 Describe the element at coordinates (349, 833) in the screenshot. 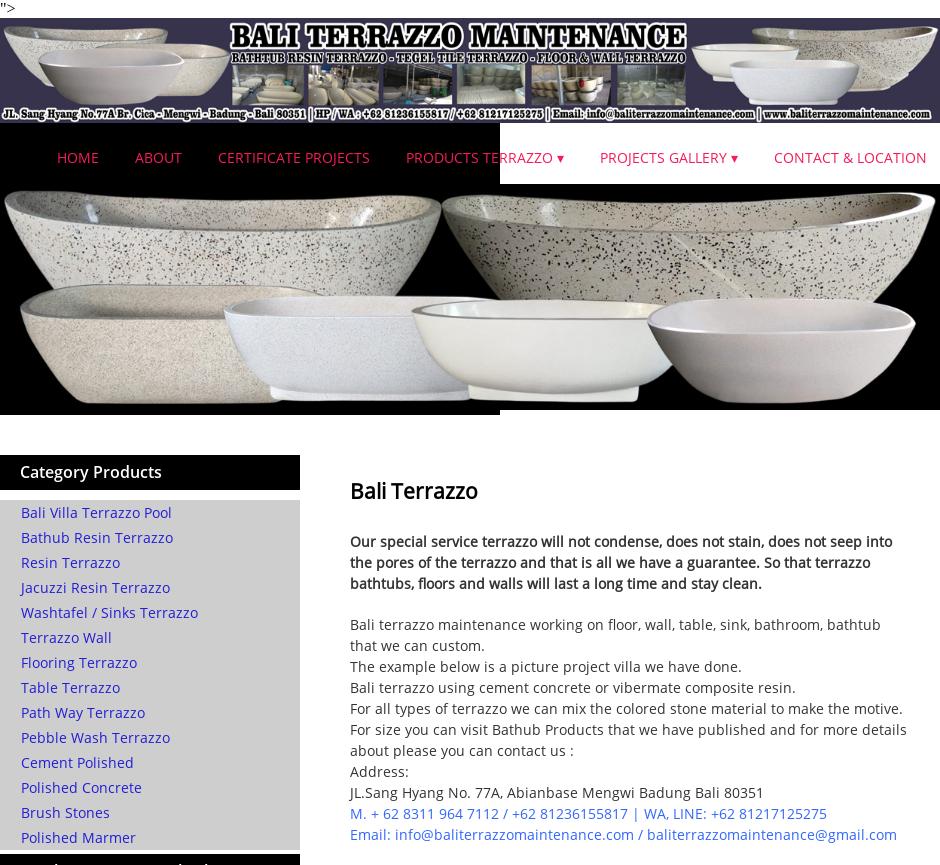

I see `'Email: info@baliterrazzomaintenance.com / baliterrazzomaintenance@gmail.com'` at that location.